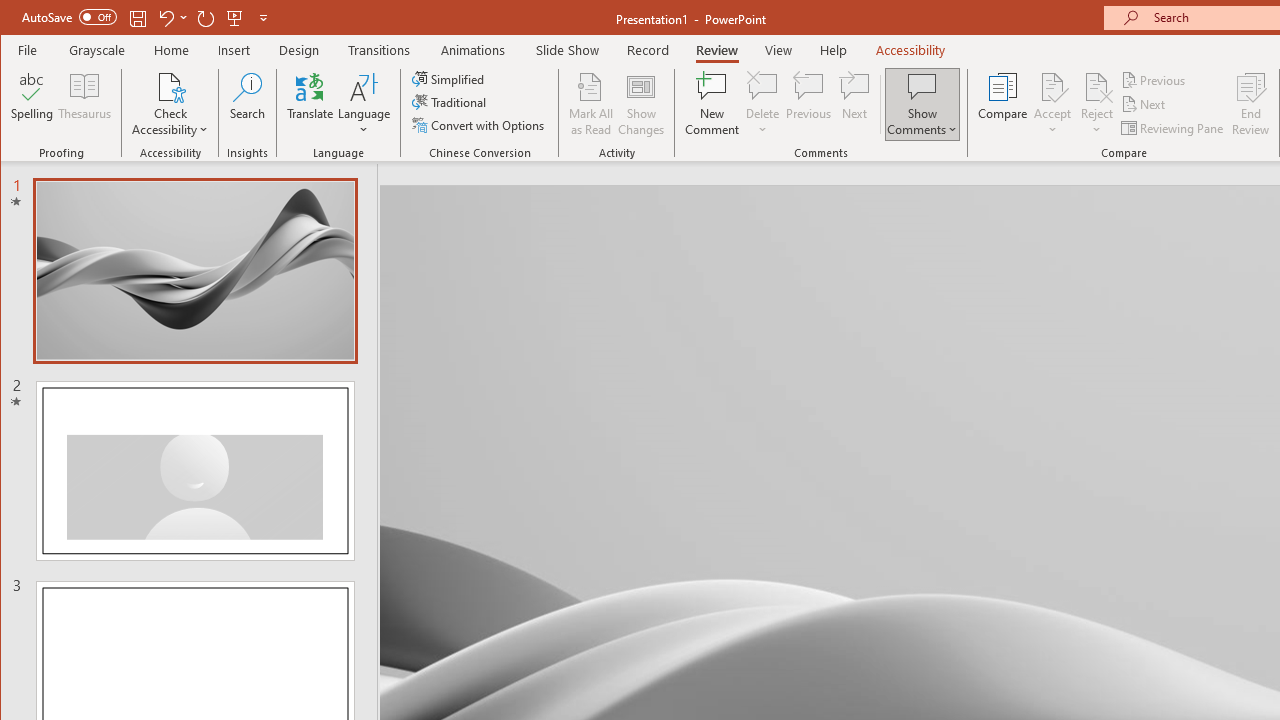 The image size is (1280, 720). What do you see at coordinates (1002, 104) in the screenshot?
I see `'Compare'` at bounding box center [1002, 104].